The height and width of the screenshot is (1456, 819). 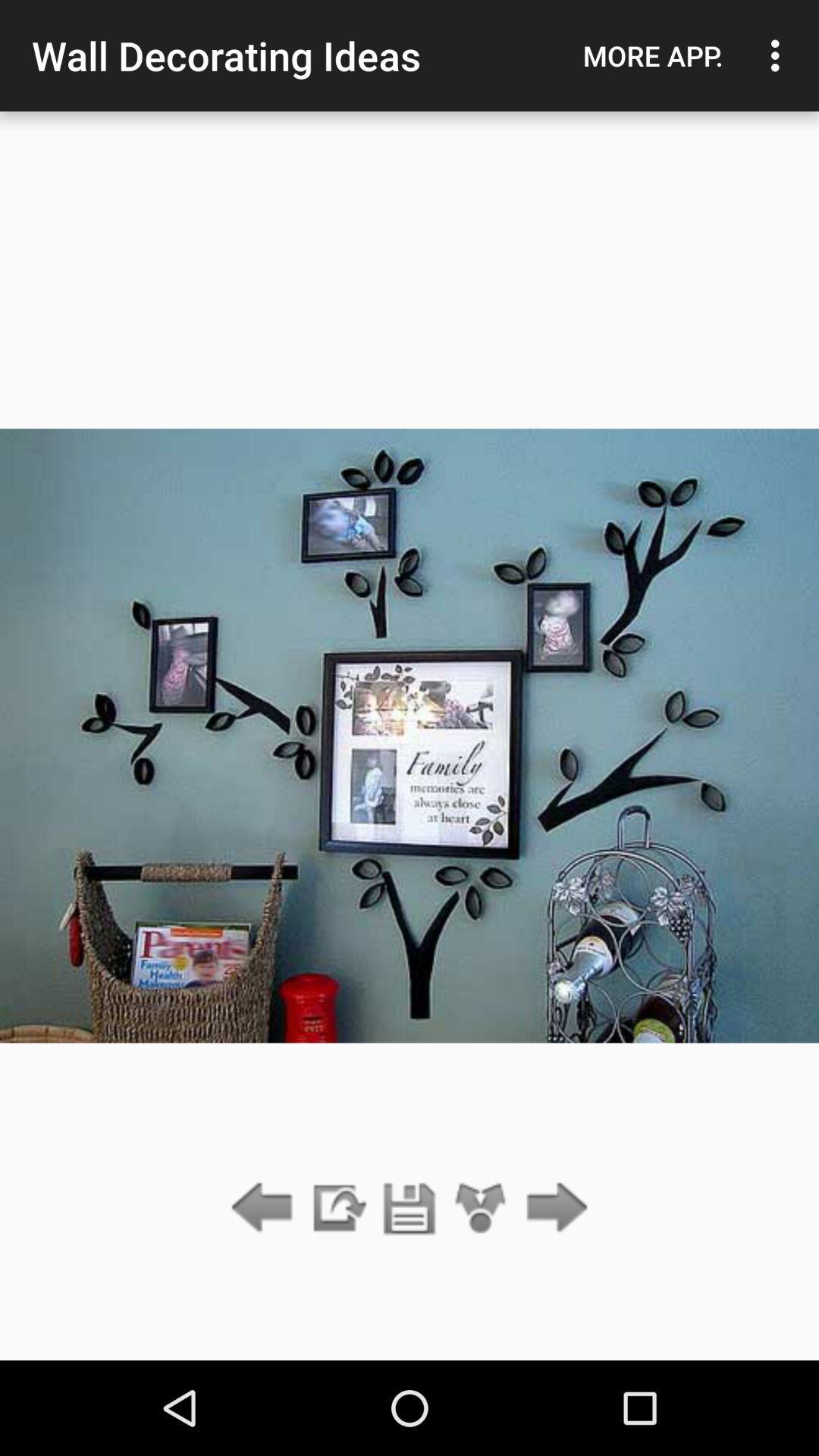 I want to click on the arrow_forward icon, so click(x=553, y=1208).